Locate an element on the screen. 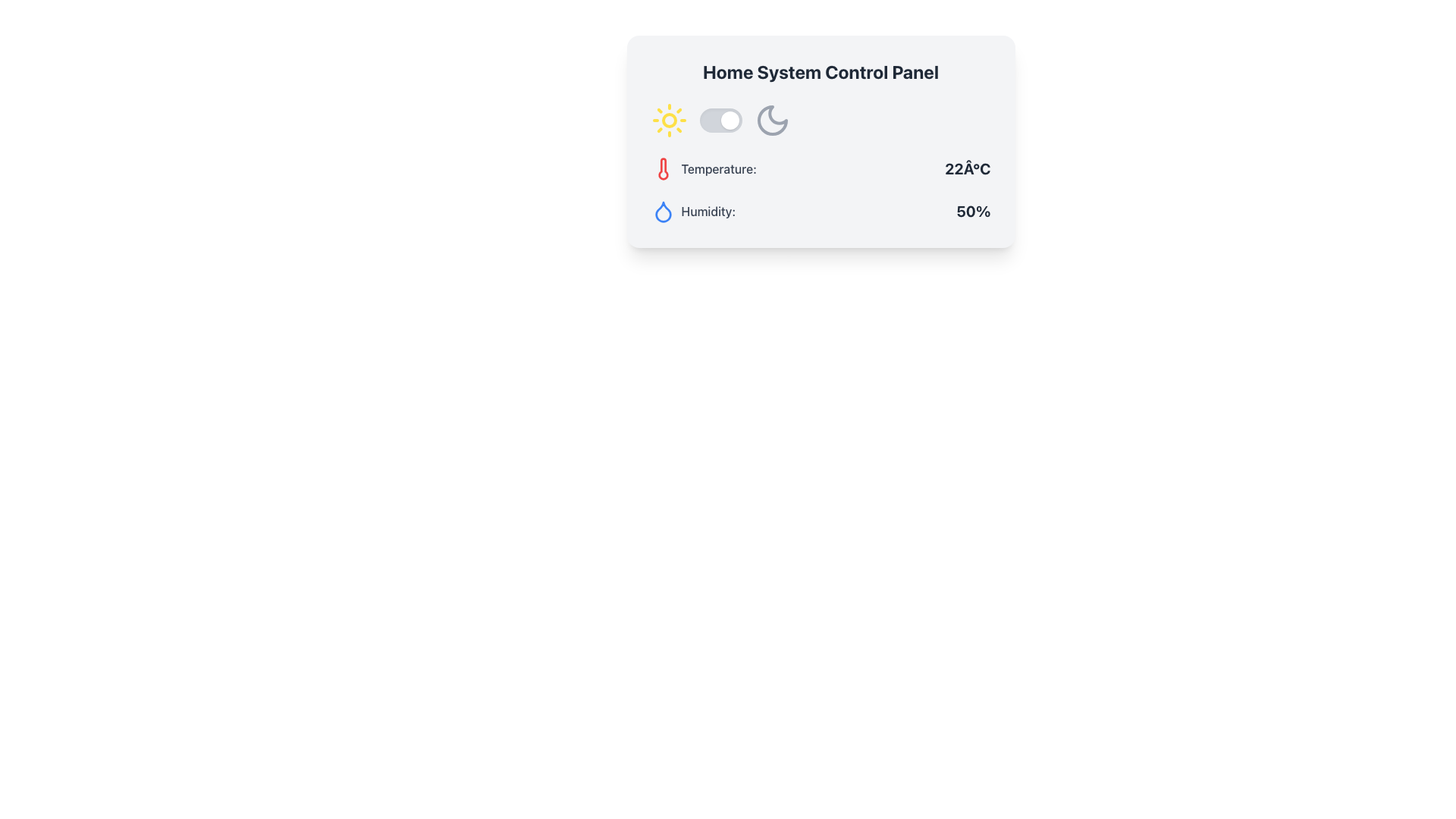  the center of the sun icon, which represents daytime mode or brightness, located on the top left of the Home System Control Panel is located at coordinates (668, 119).